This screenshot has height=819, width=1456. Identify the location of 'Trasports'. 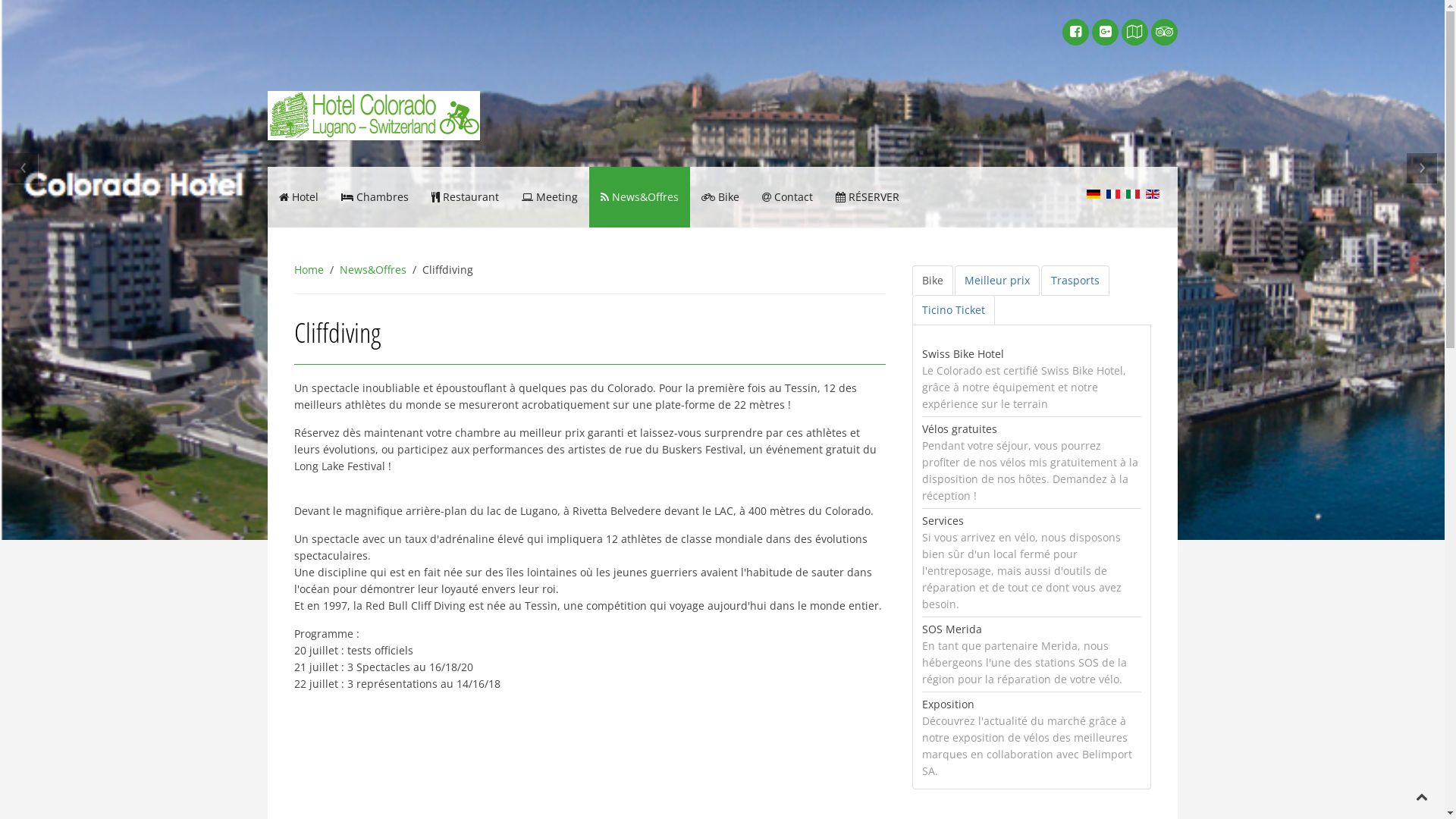
(1074, 281).